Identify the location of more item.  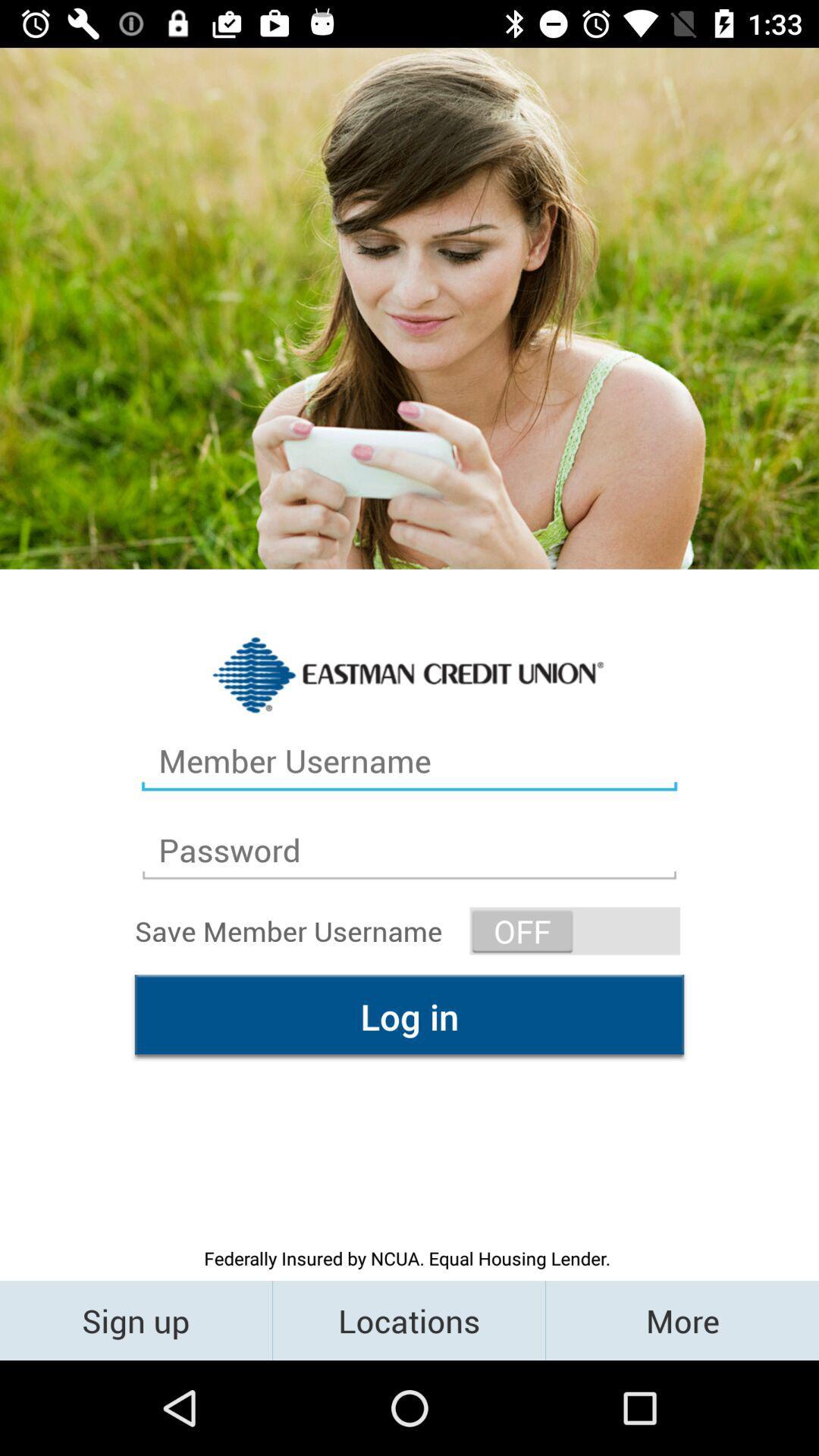
(681, 1319).